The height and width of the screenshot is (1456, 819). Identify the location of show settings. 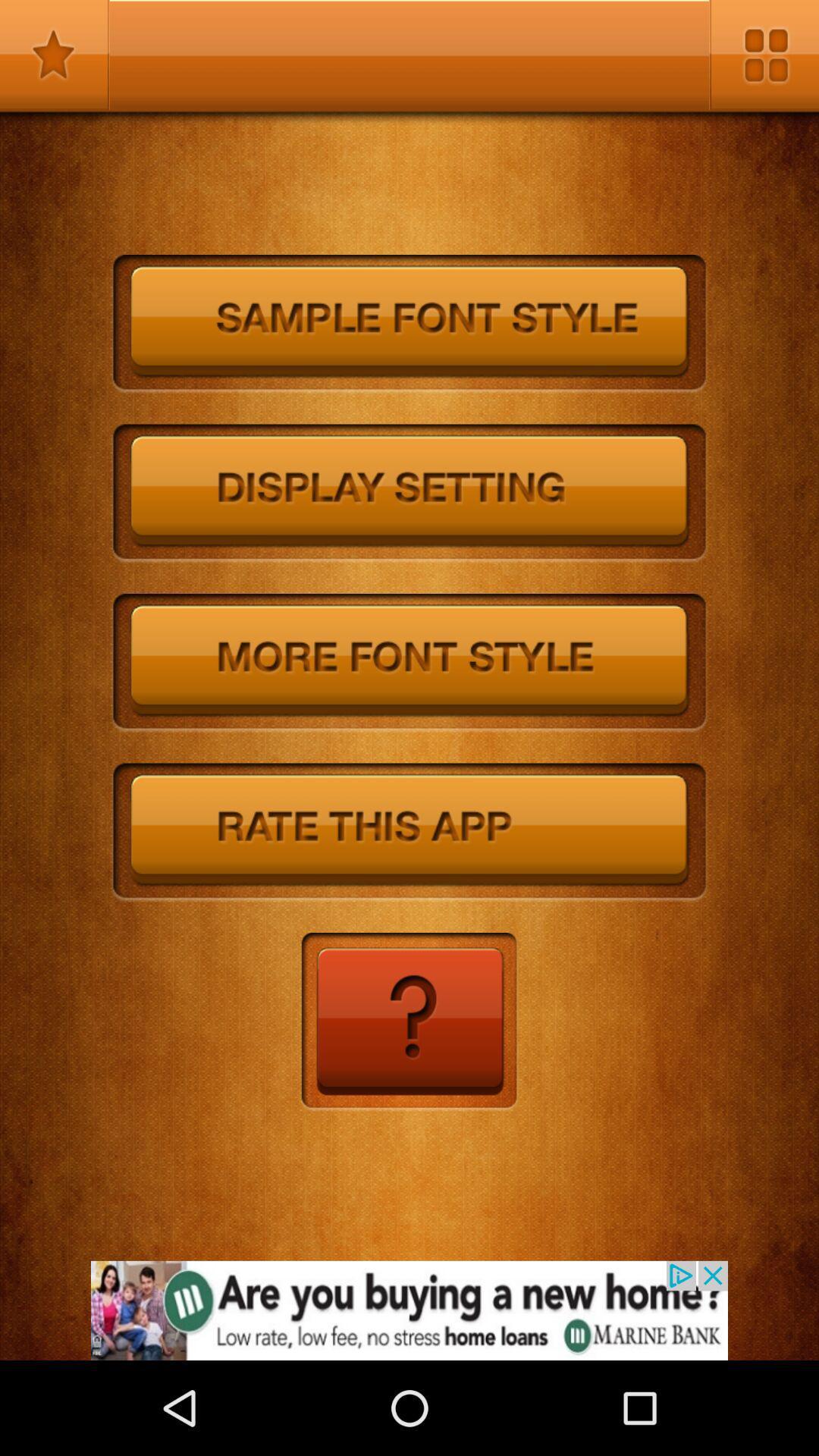
(409, 494).